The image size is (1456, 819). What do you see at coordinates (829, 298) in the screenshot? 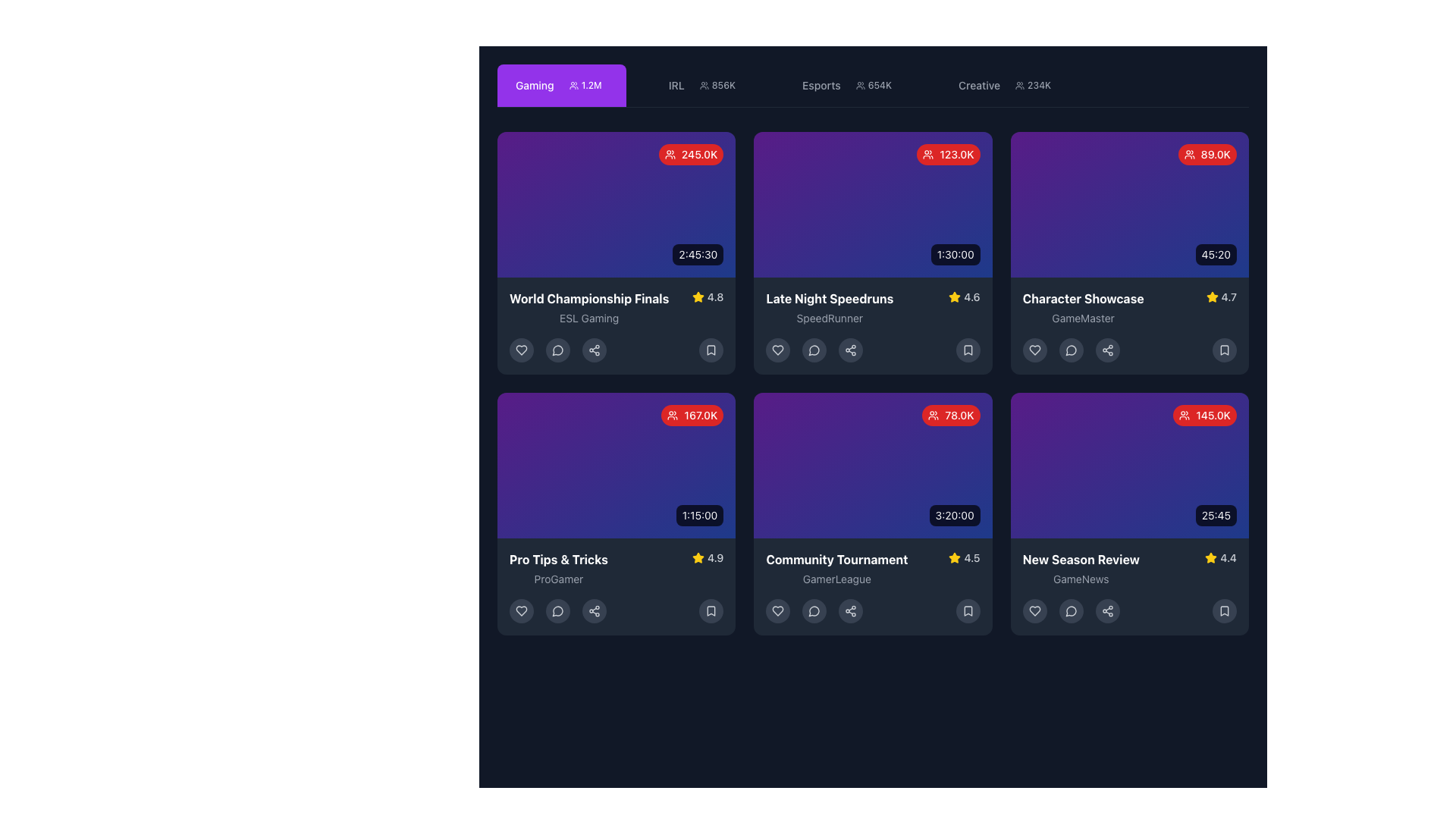
I see `the title text label located in the second card of the top row, which summarizes the content of the card and is positioned above the smaller text 'SpeedRunner'` at bounding box center [829, 298].